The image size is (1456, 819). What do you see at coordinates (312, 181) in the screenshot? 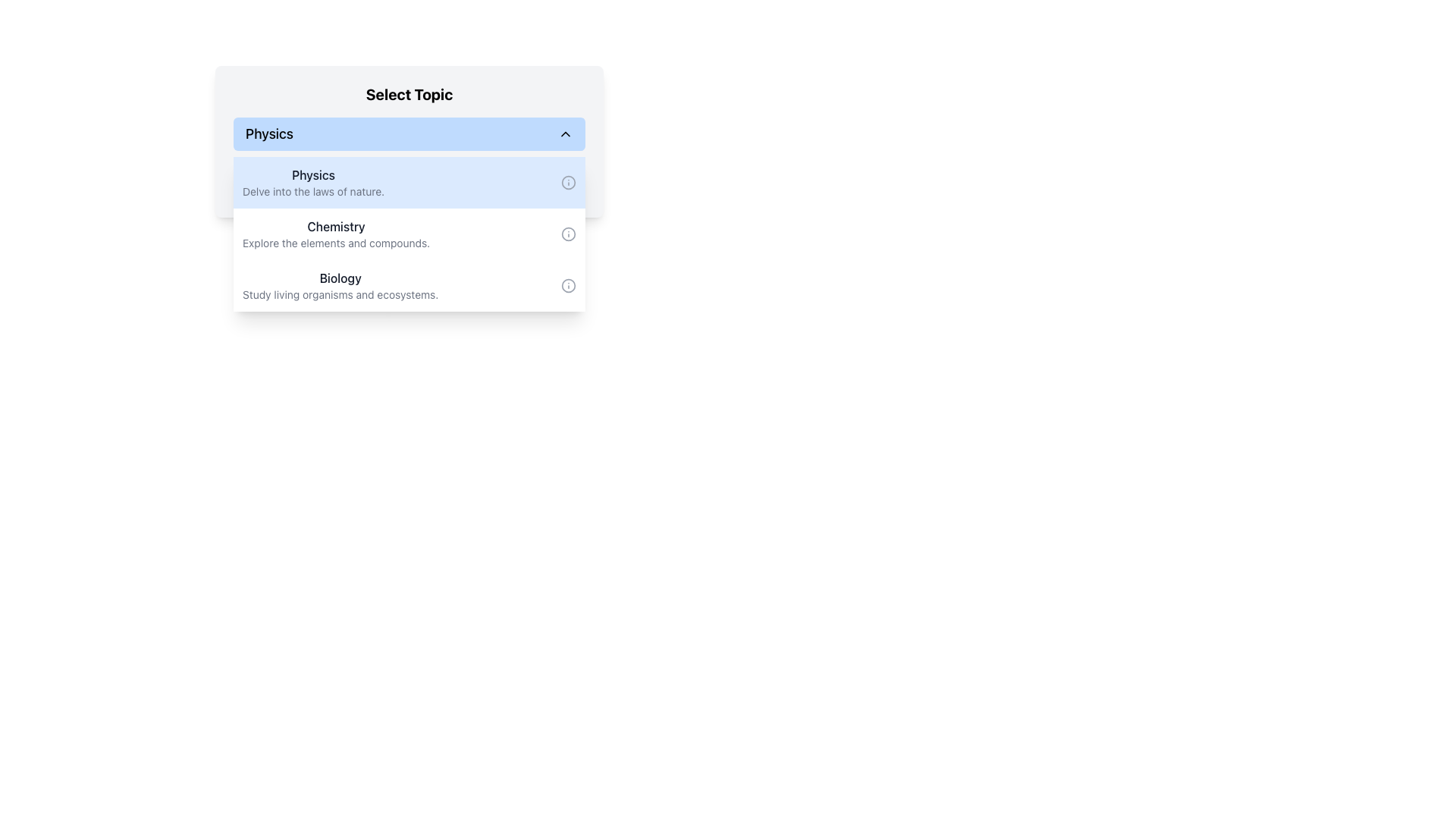
I see `the first selectable option in the dropdown menu labeled 'Physics' under the 'Select Topic' header` at bounding box center [312, 181].